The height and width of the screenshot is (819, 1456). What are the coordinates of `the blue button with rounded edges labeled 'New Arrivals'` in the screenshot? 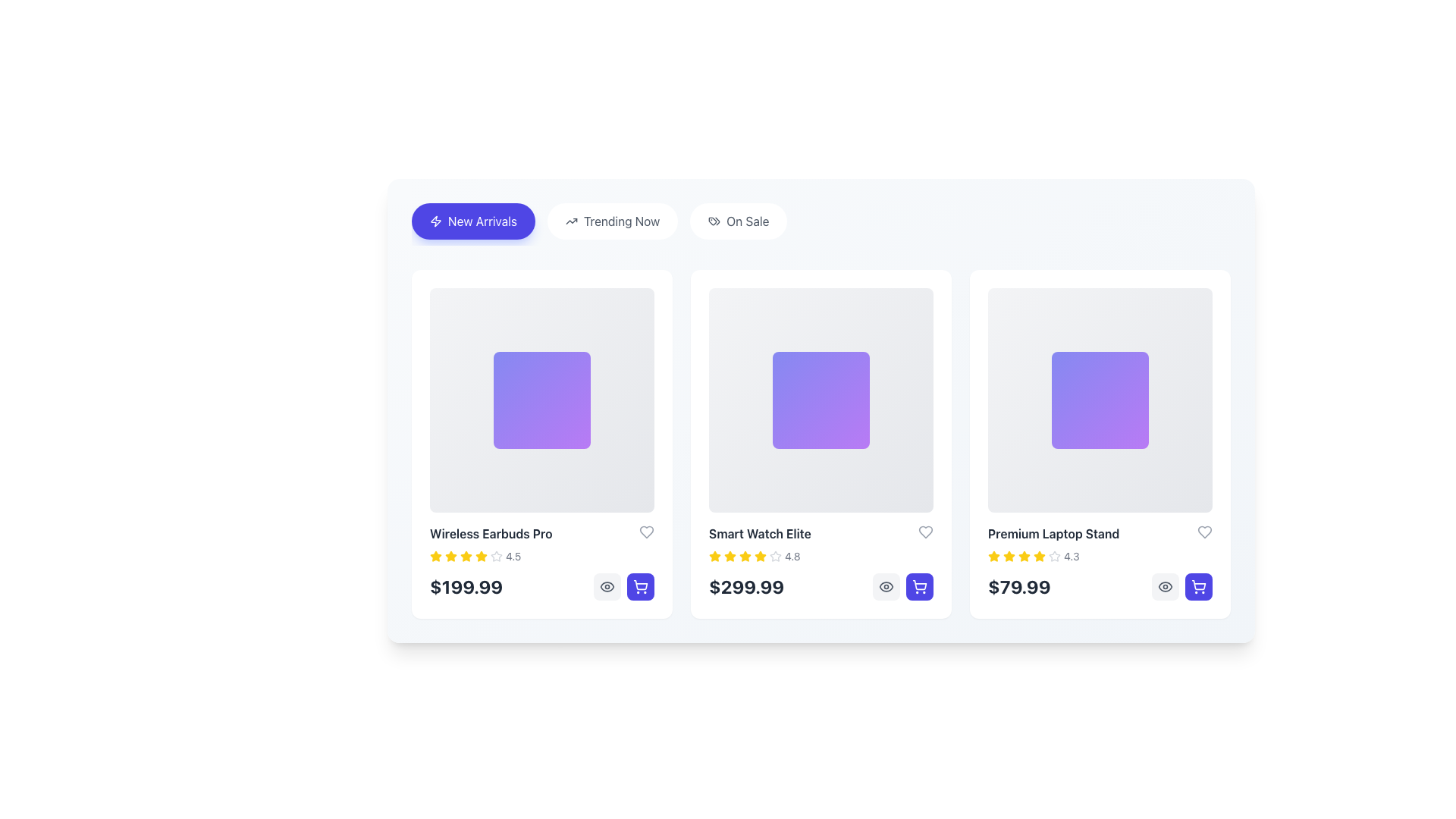 It's located at (472, 221).